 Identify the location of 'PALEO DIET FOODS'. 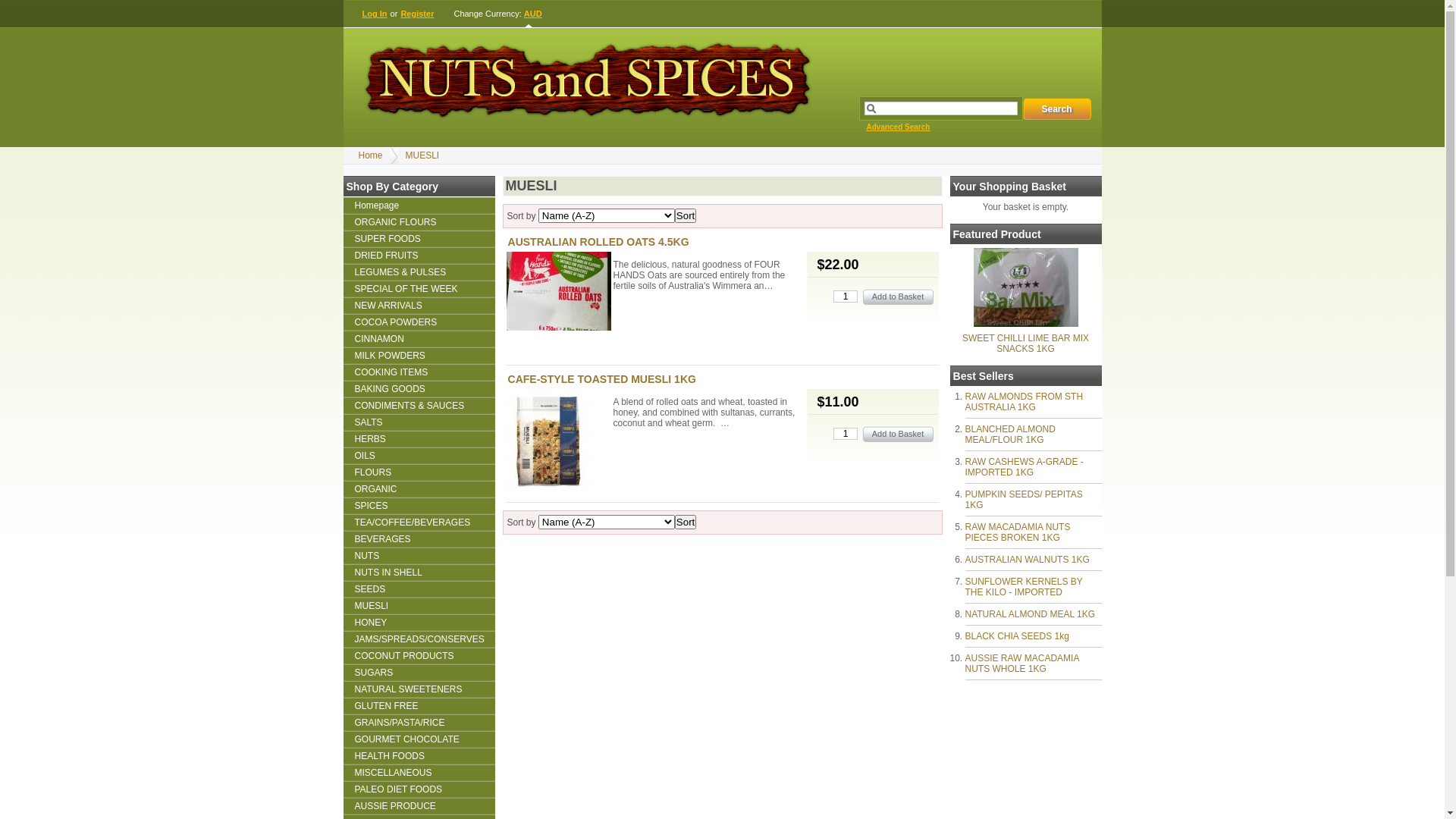
(419, 789).